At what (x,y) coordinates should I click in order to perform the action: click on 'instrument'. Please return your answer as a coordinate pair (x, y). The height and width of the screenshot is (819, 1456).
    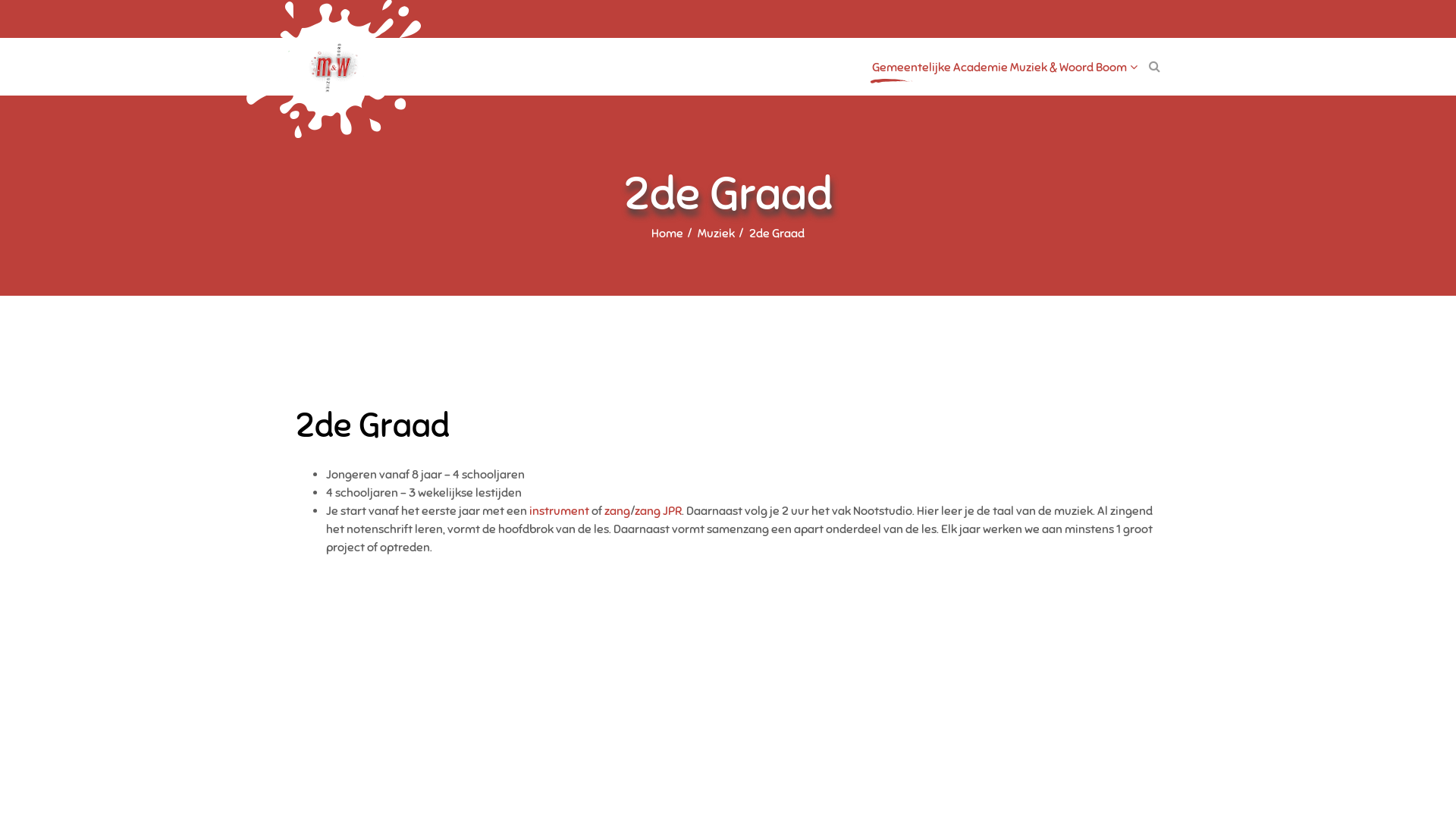
    Looking at the image, I should click on (558, 511).